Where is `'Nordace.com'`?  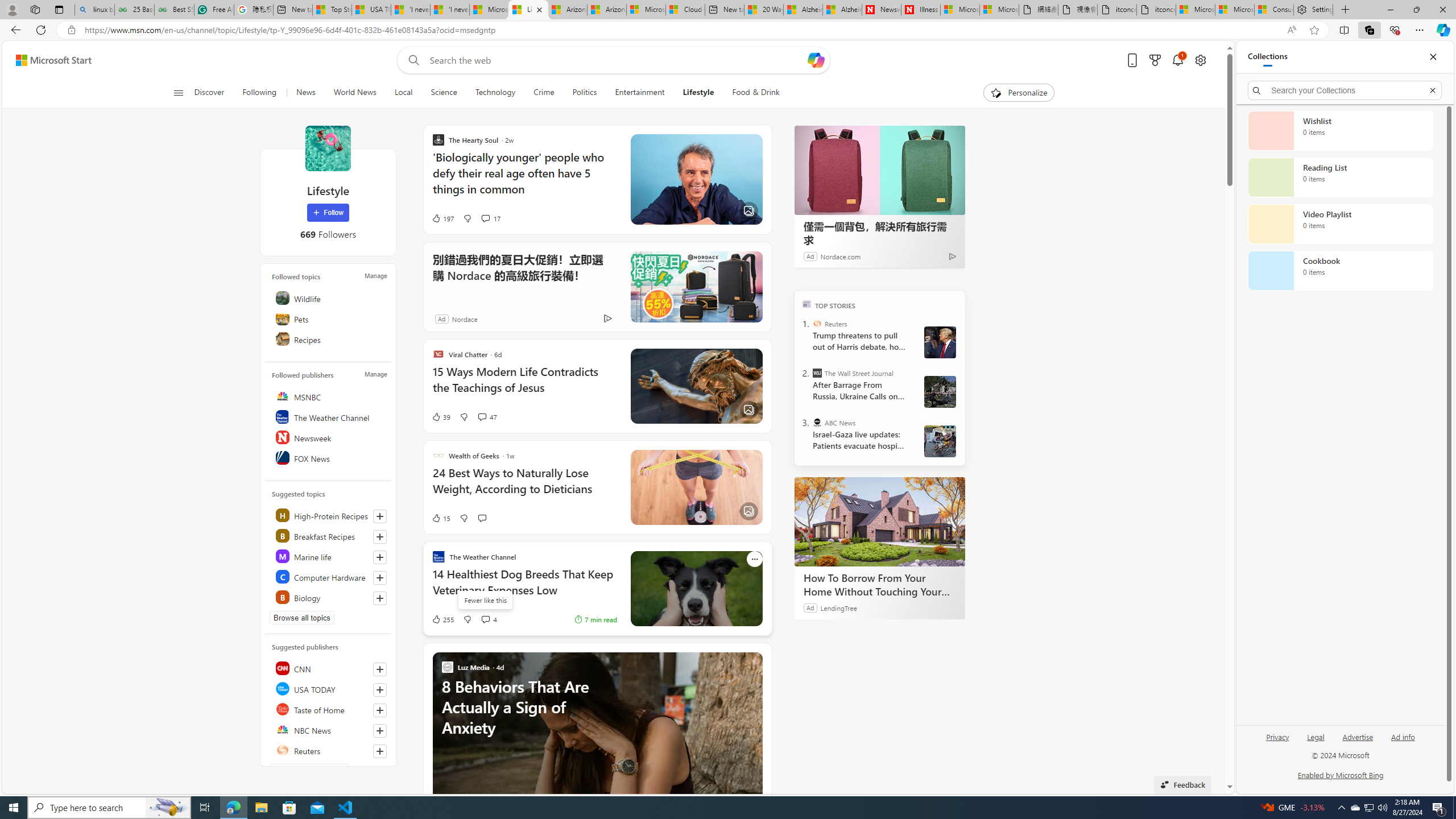 'Nordace.com' is located at coordinates (839, 255).